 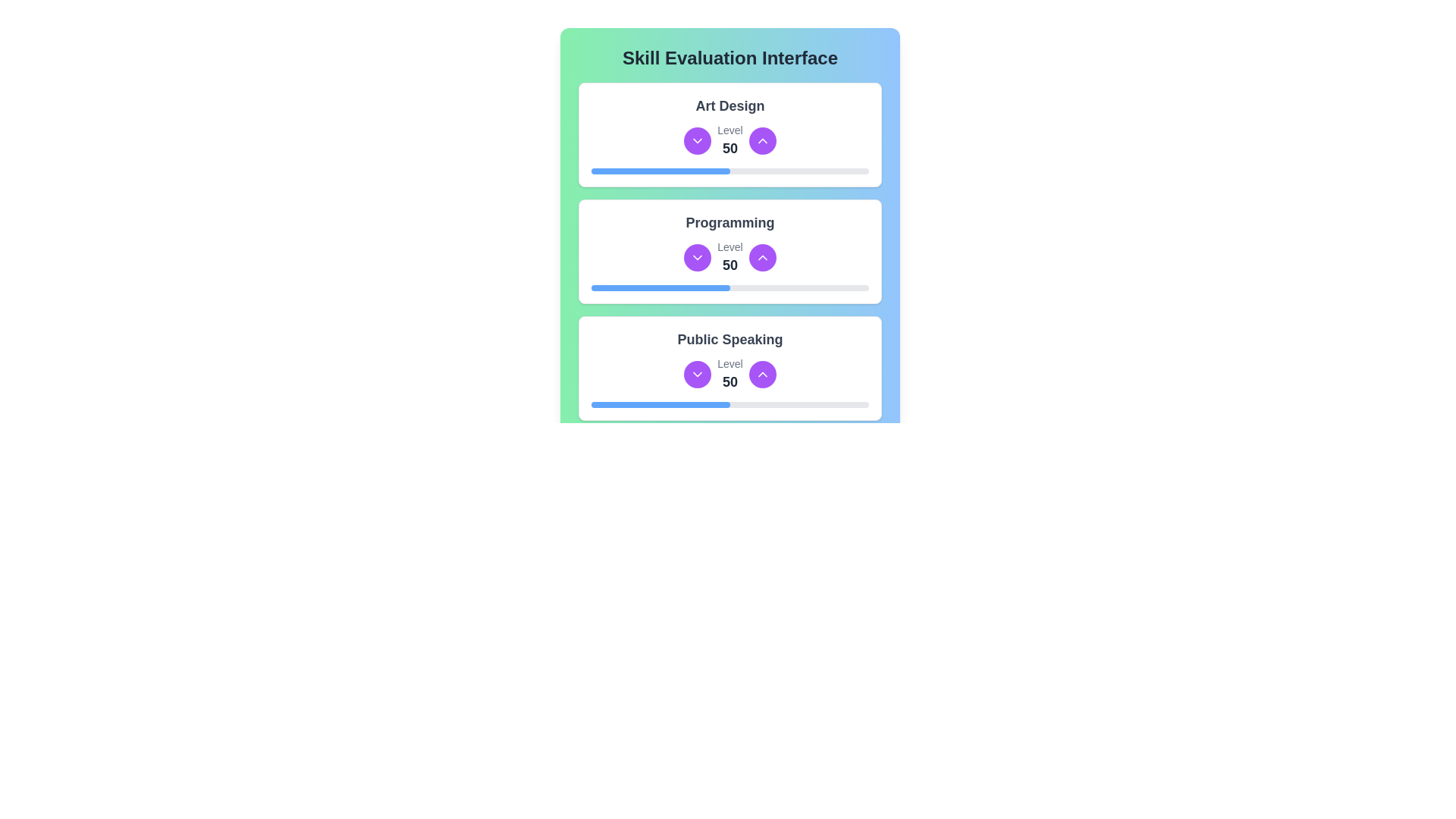 What do you see at coordinates (661, 288) in the screenshot?
I see `the blue progress bar segment representing 50% completion in the 'Programming' skill section` at bounding box center [661, 288].